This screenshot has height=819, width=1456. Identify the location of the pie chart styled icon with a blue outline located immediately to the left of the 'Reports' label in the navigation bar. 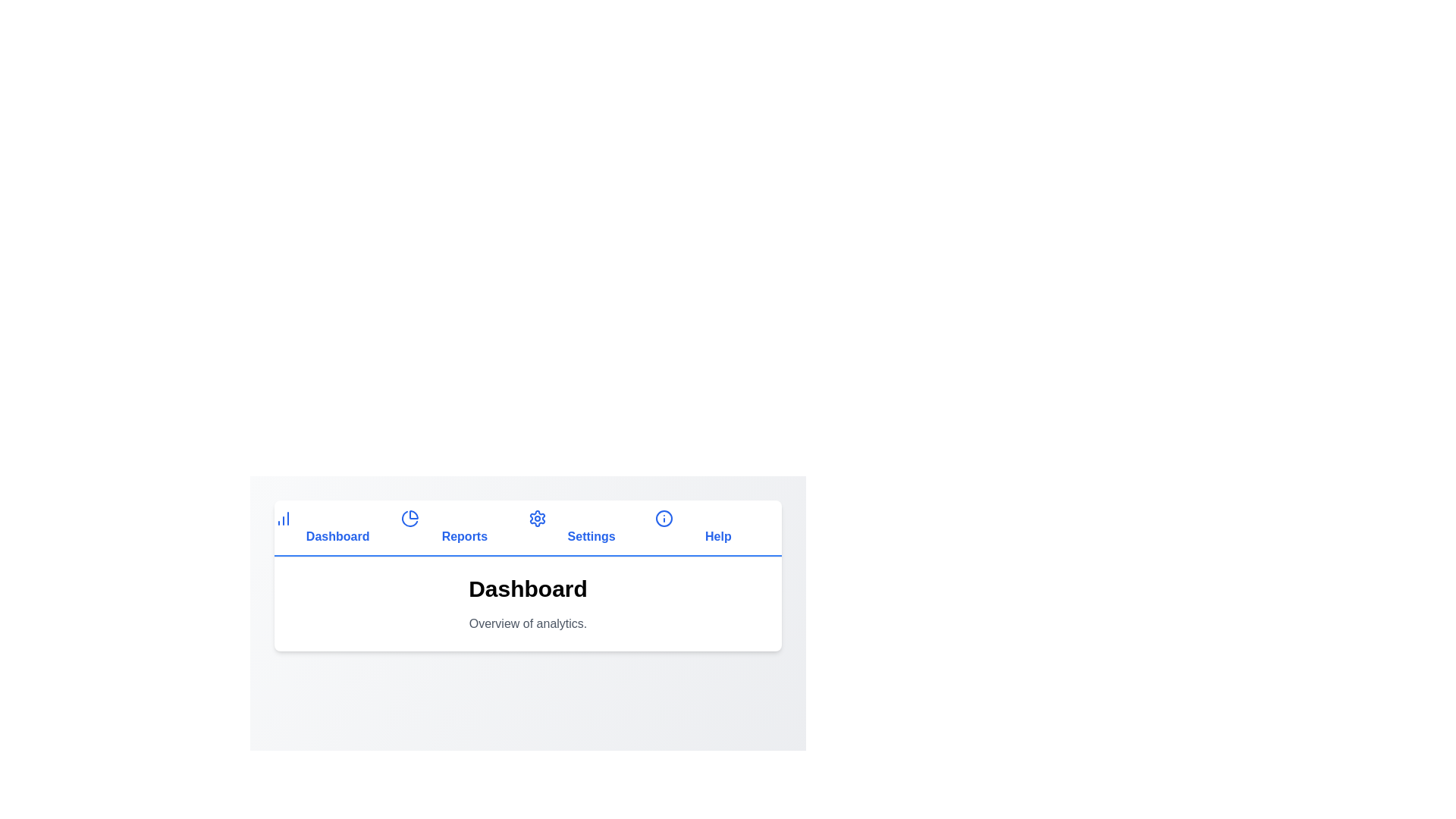
(410, 517).